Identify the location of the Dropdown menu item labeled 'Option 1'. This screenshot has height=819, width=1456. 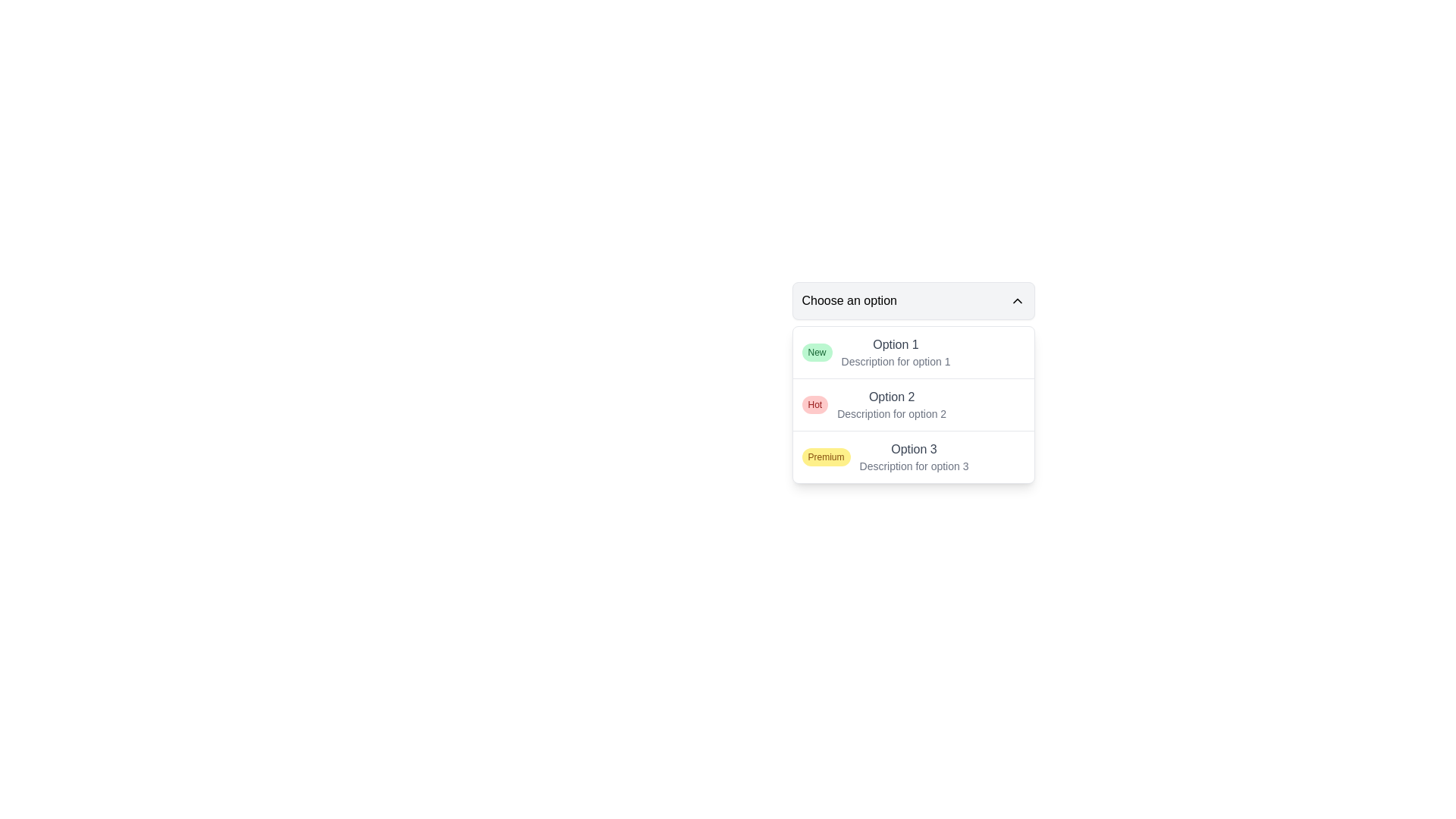
(896, 353).